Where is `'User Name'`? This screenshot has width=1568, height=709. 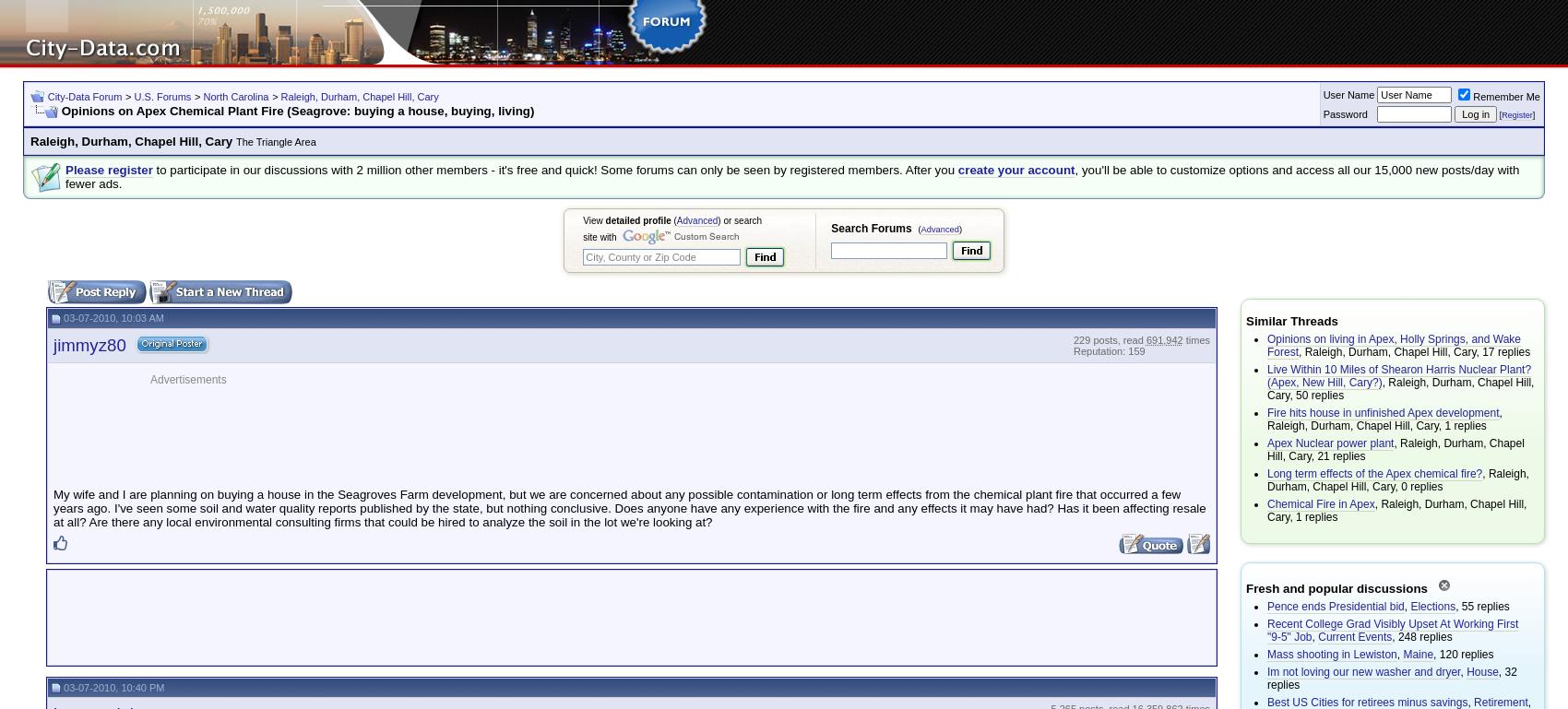
'User Name' is located at coordinates (1348, 93).